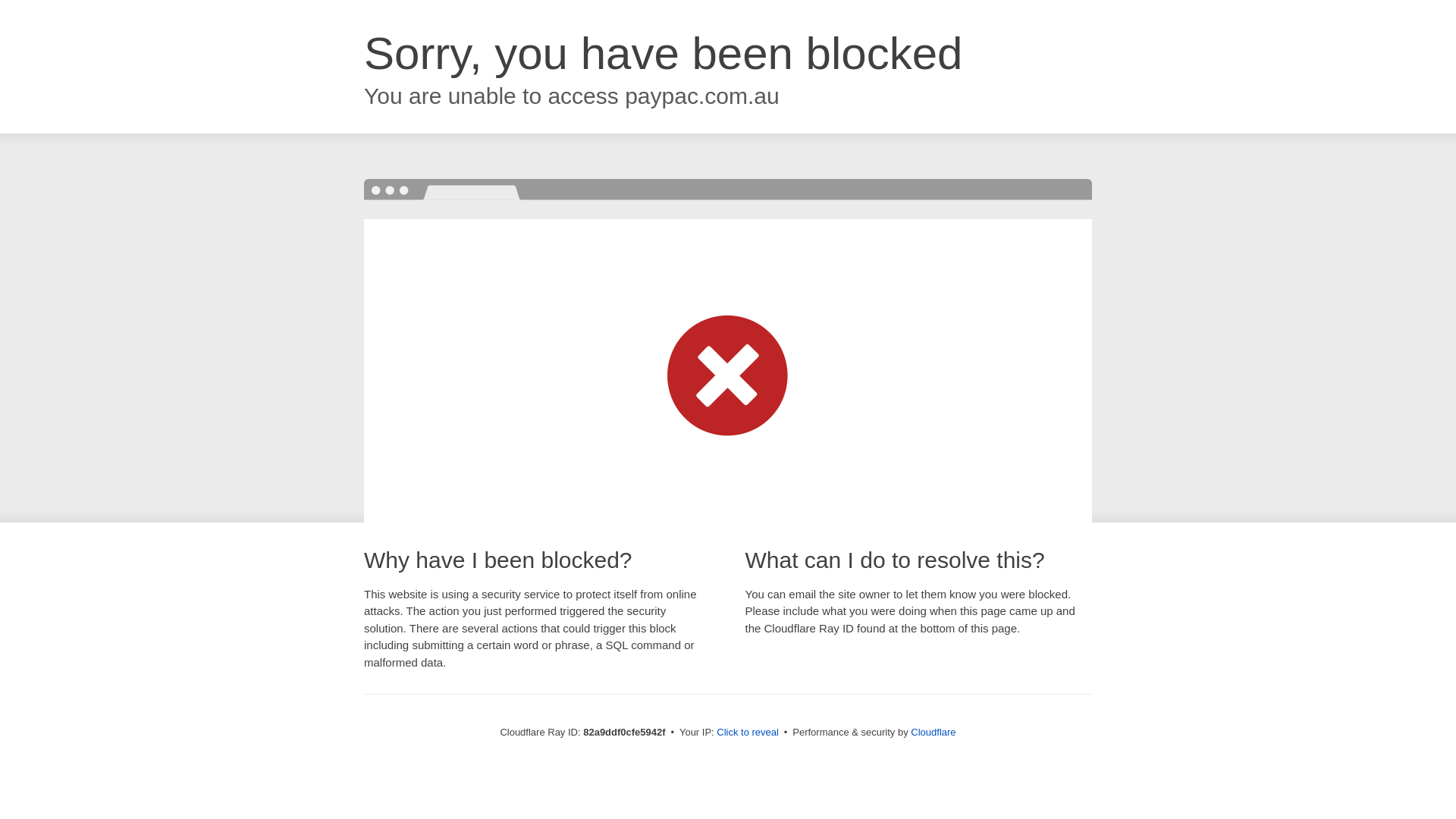 The height and width of the screenshot is (819, 1456). I want to click on 'Cloudflare', so click(932, 731).